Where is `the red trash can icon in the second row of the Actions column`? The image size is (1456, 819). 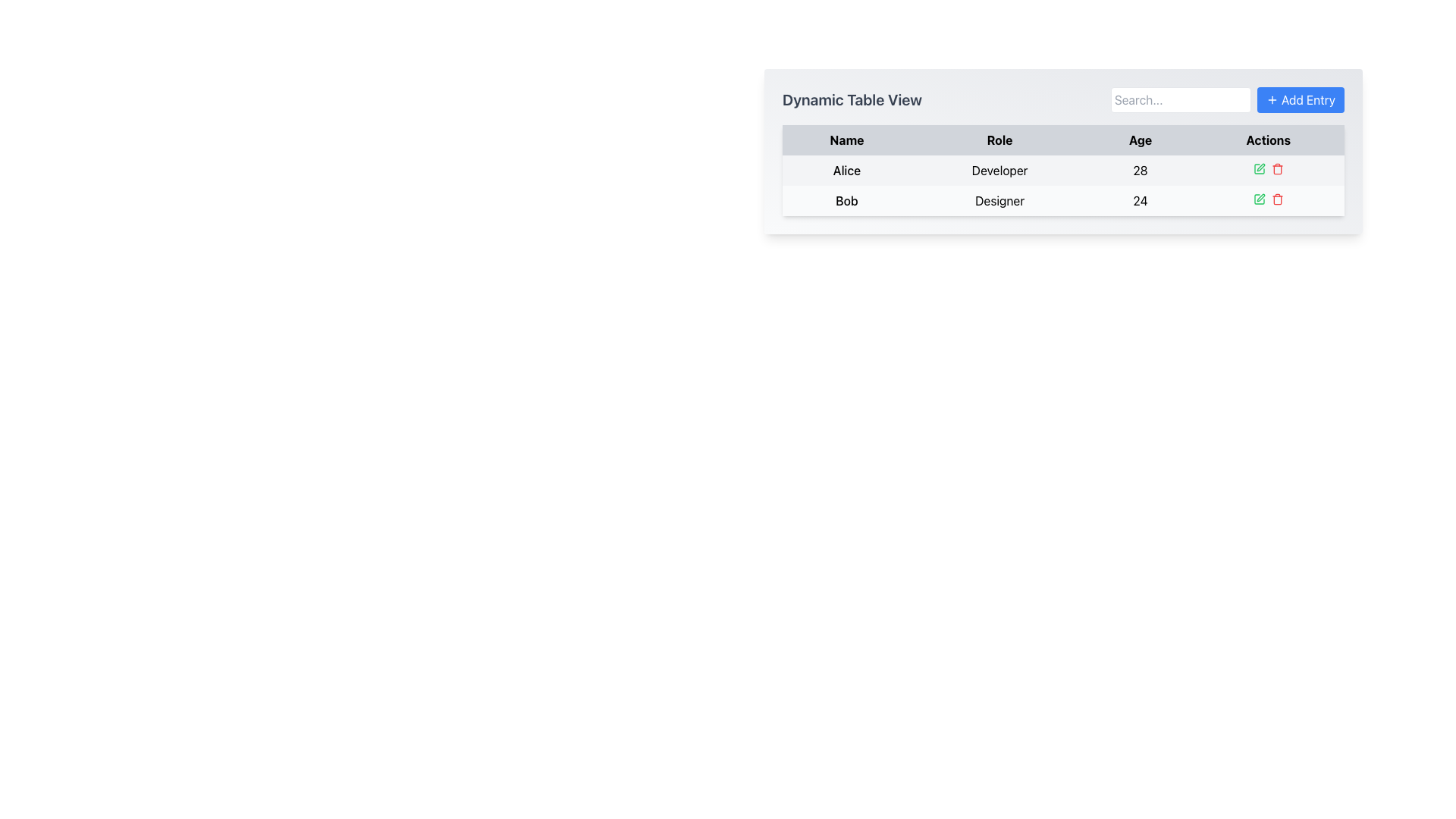 the red trash can icon in the second row of the Actions column is located at coordinates (1276, 198).